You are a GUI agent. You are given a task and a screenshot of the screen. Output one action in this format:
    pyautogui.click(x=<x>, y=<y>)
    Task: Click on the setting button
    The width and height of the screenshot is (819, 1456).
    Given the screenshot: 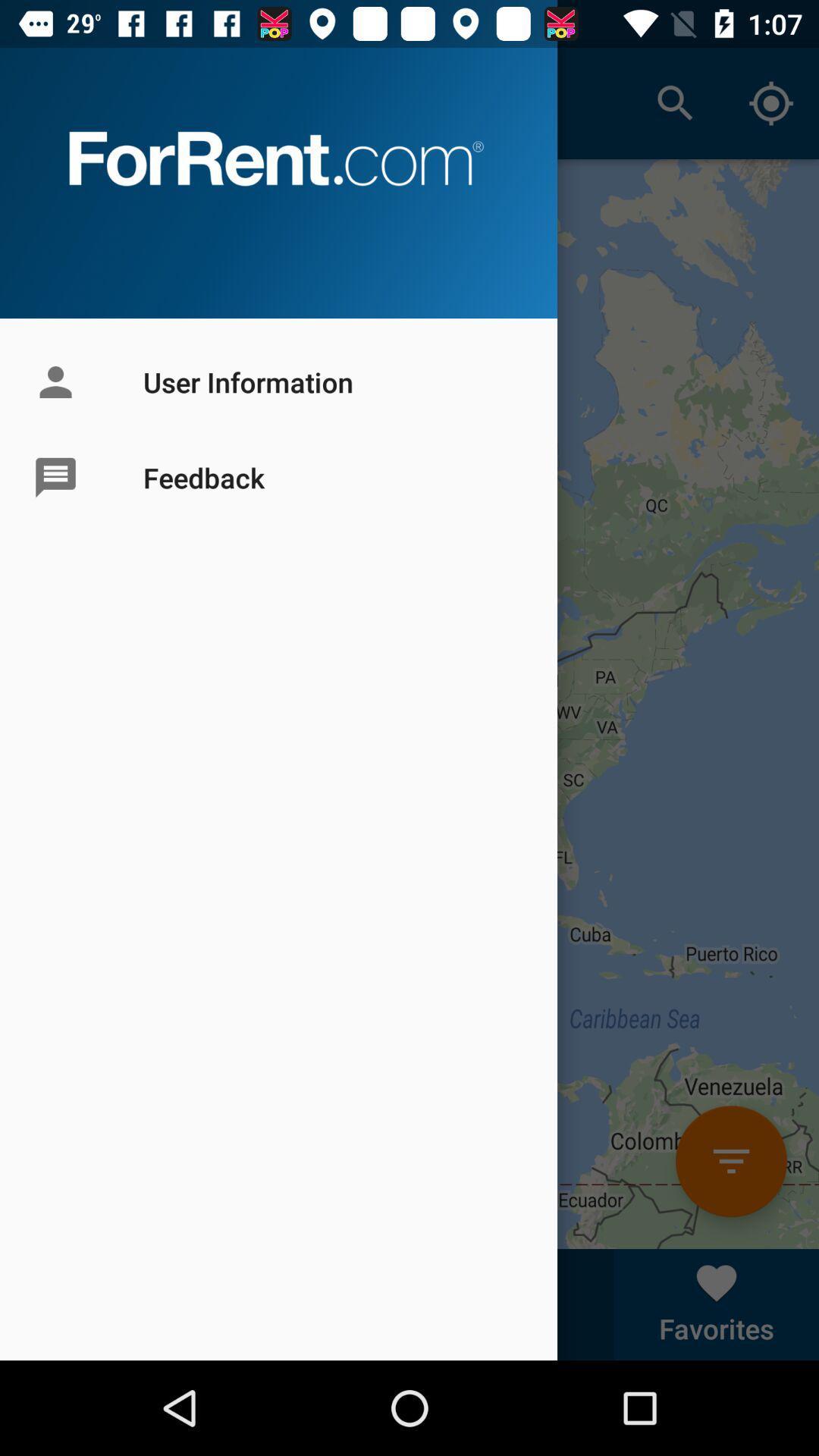 What is the action you would take?
    pyautogui.click(x=730, y=1160)
    